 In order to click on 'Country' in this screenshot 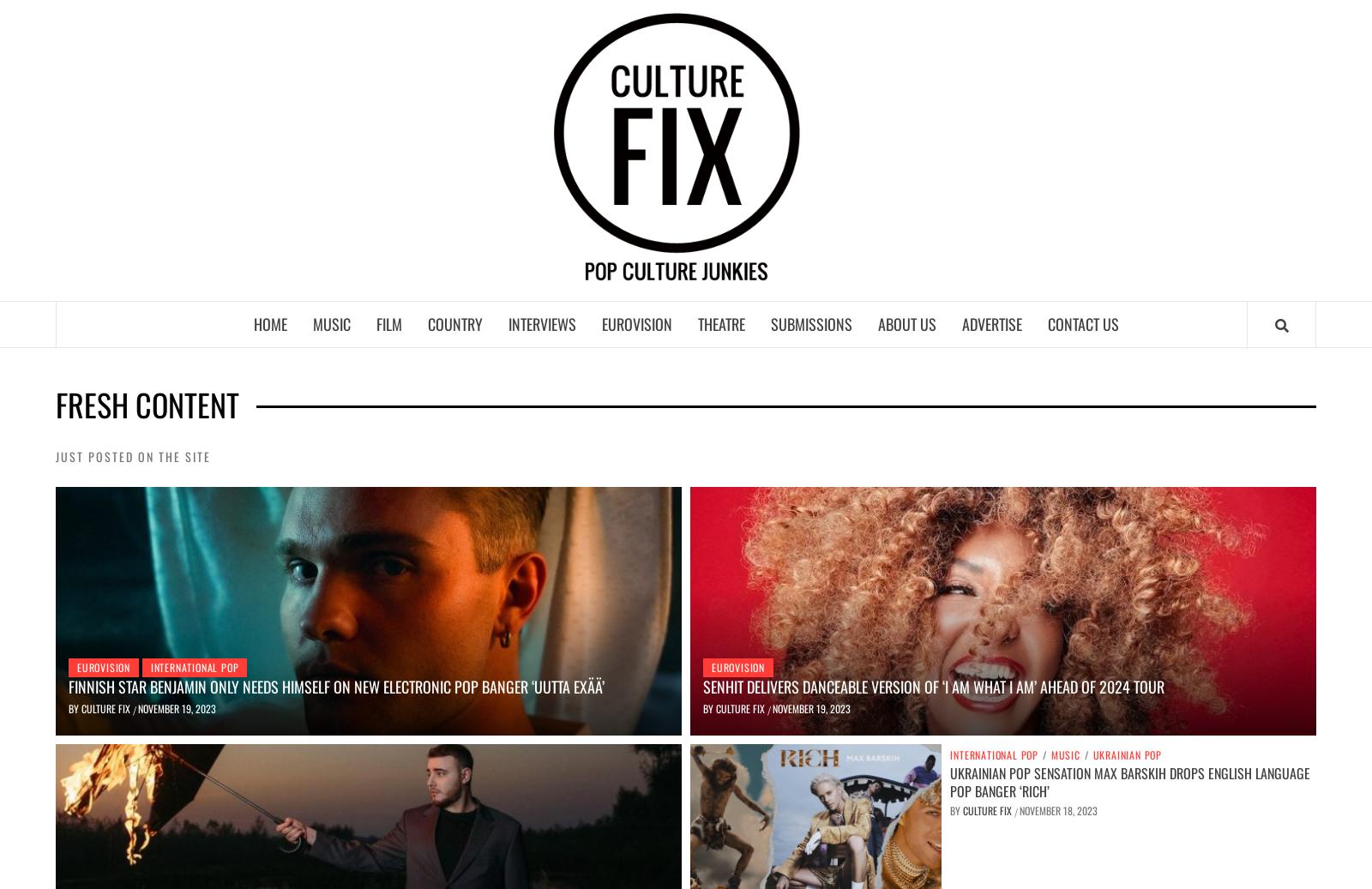, I will do `click(454, 322)`.